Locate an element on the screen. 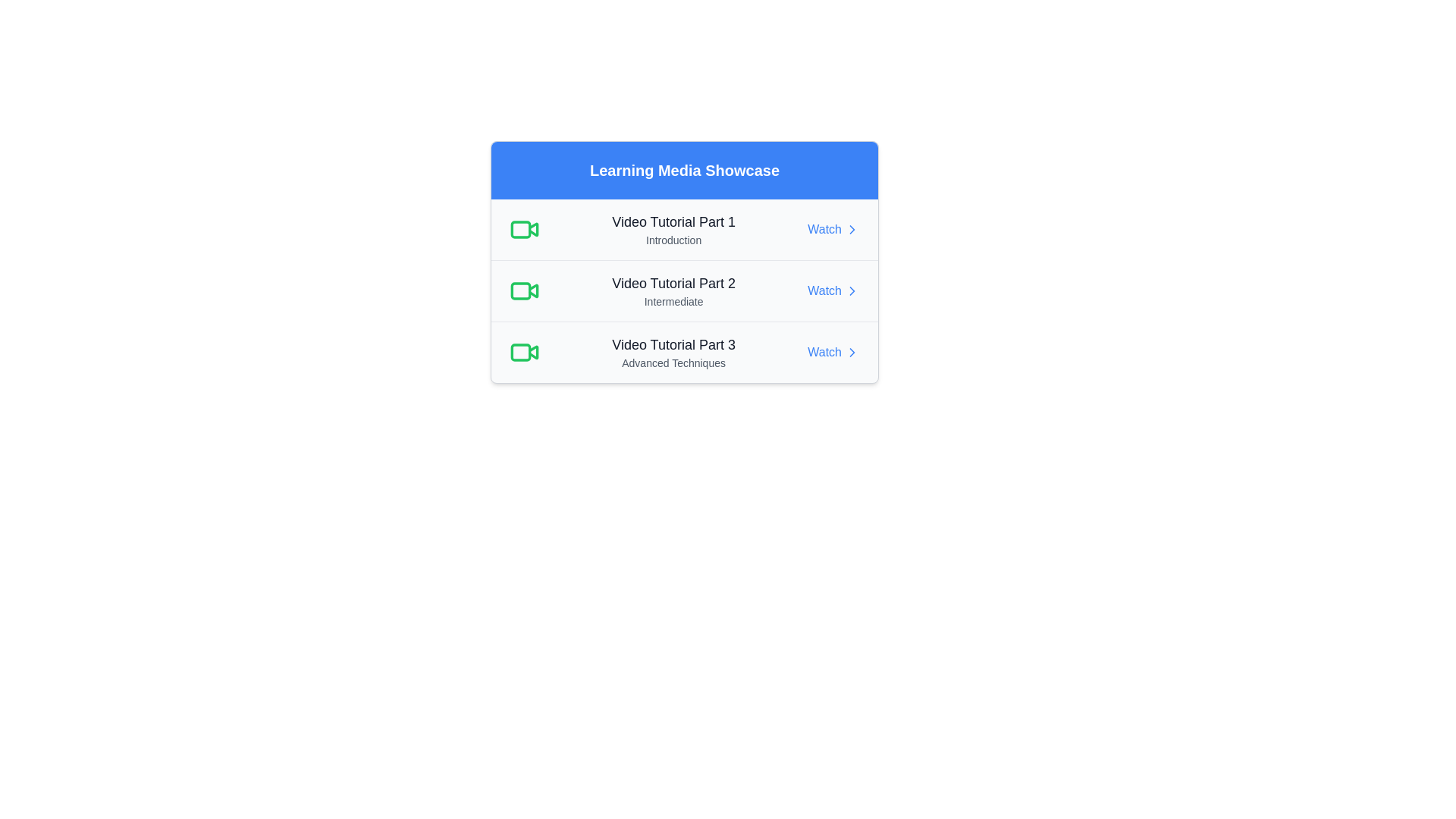 This screenshot has width=1456, height=819. the 'Watch' hyperlink button with a right-pointing chevron icon located to the right of the third item in the list titled 'Video Tutorial Part 3' is located at coordinates (833, 353).